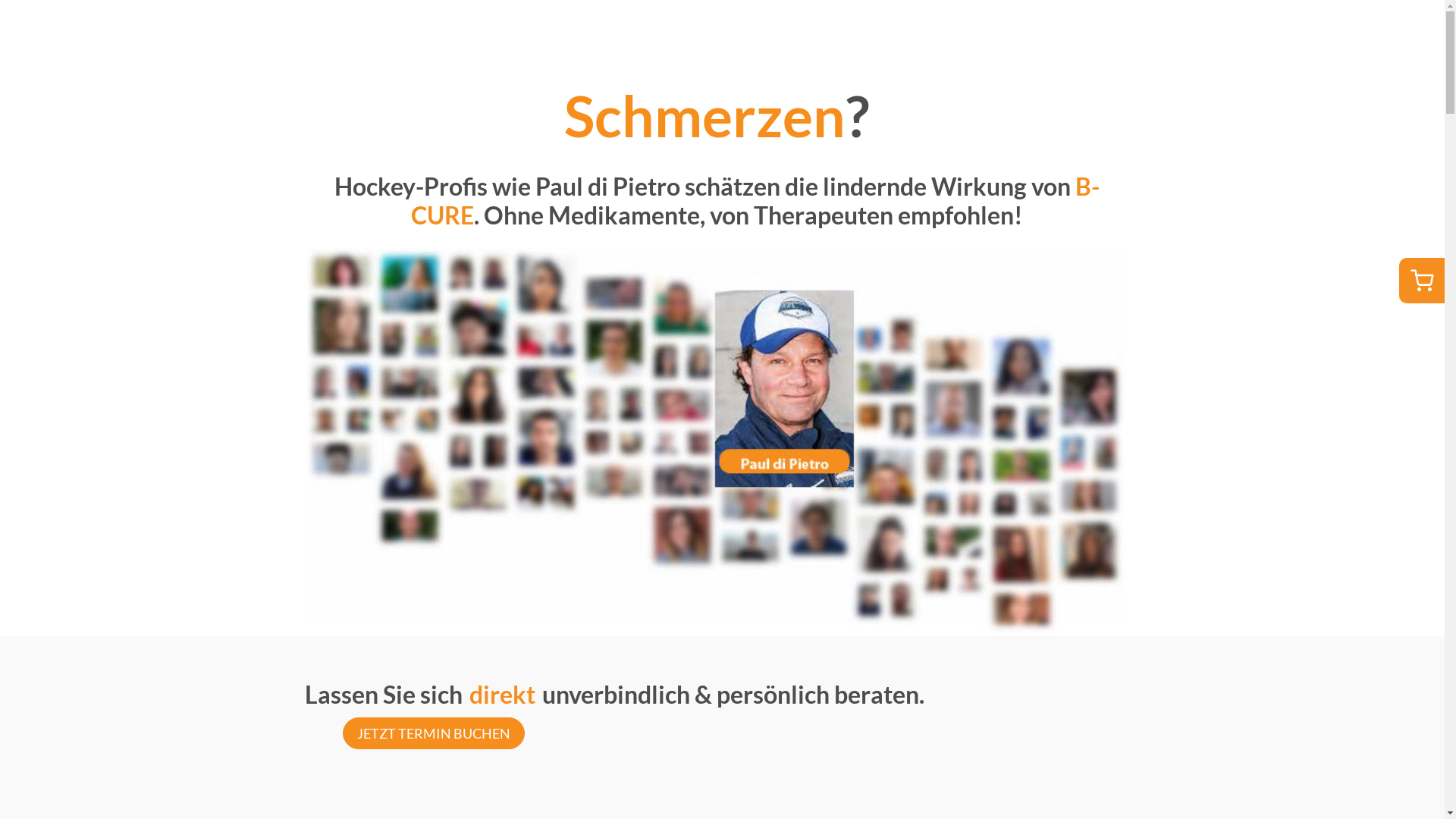 The height and width of the screenshot is (819, 1456). Describe the element at coordinates (432, 730) in the screenshot. I see `'JETZT TERMIN BUCHEN'` at that location.